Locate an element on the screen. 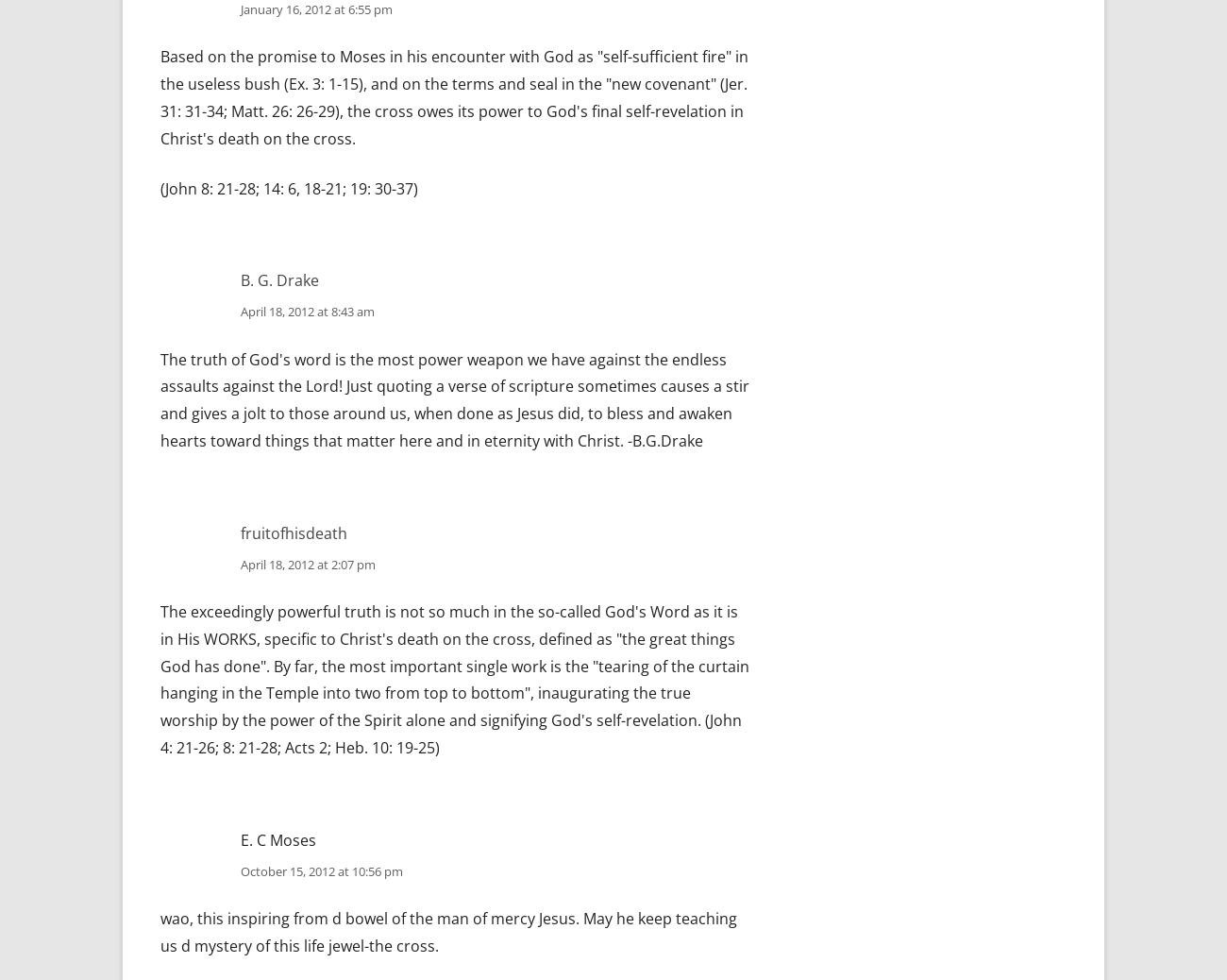 This screenshot has height=980, width=1227. 'January 16, 2012 at 6:55 pm' is located at coordinates (315, 8).